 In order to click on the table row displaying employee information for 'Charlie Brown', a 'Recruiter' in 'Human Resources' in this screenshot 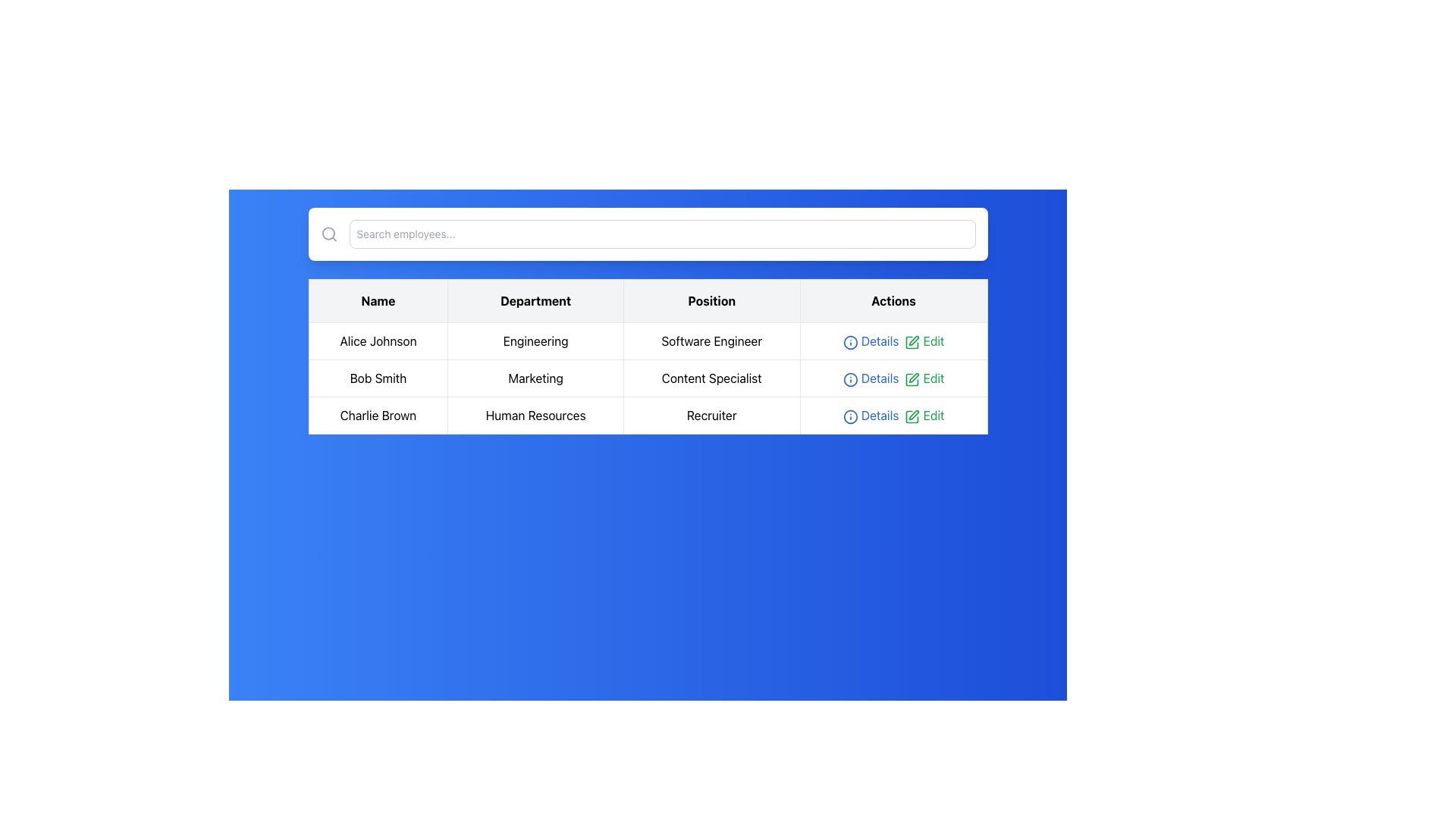, I will do `click(648, 415)`.